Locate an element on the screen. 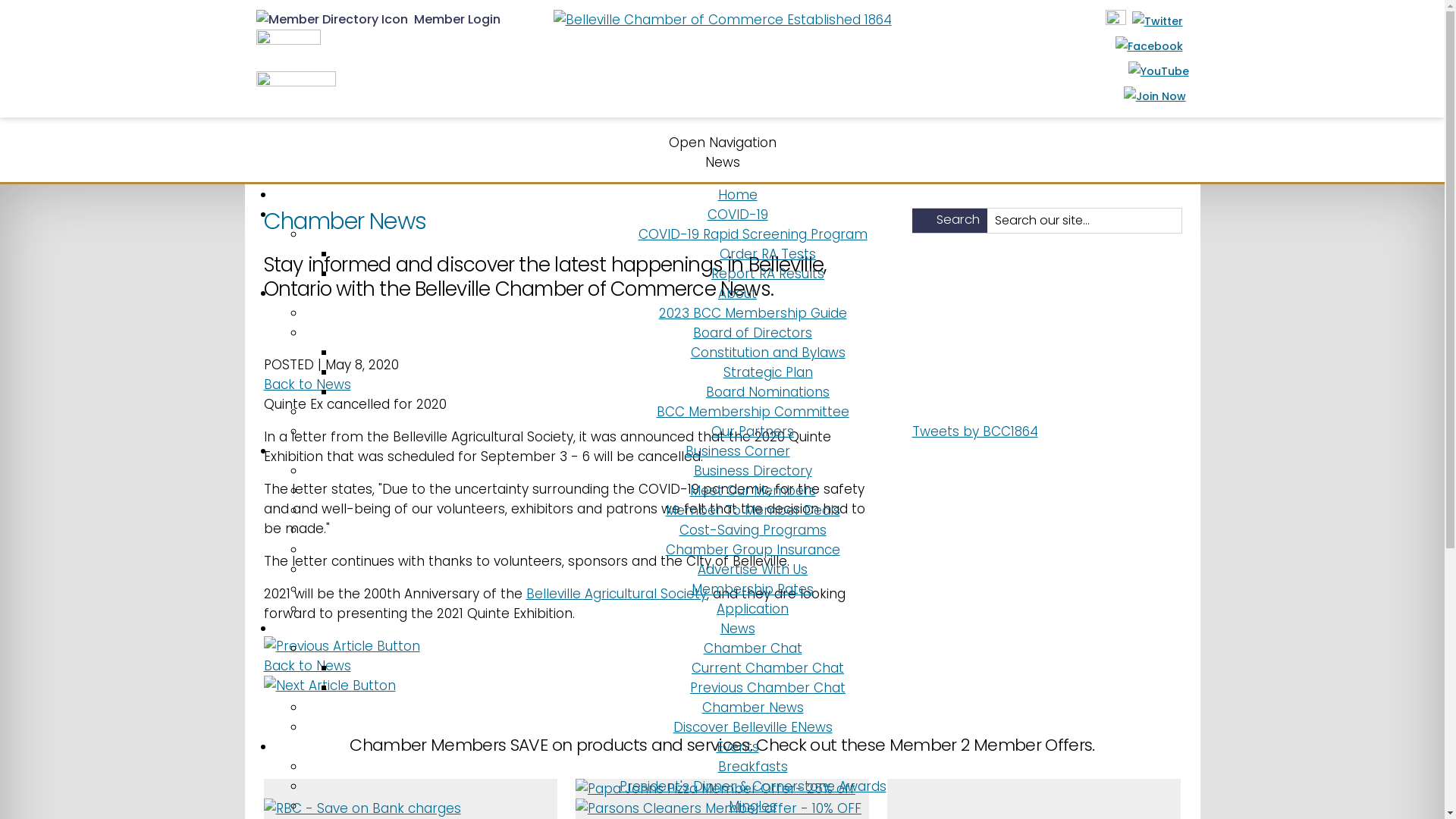 Image resolution: width=1456 pixels, height=819 pixels. 'Membership Rates' is located at coordinates (691, 588).